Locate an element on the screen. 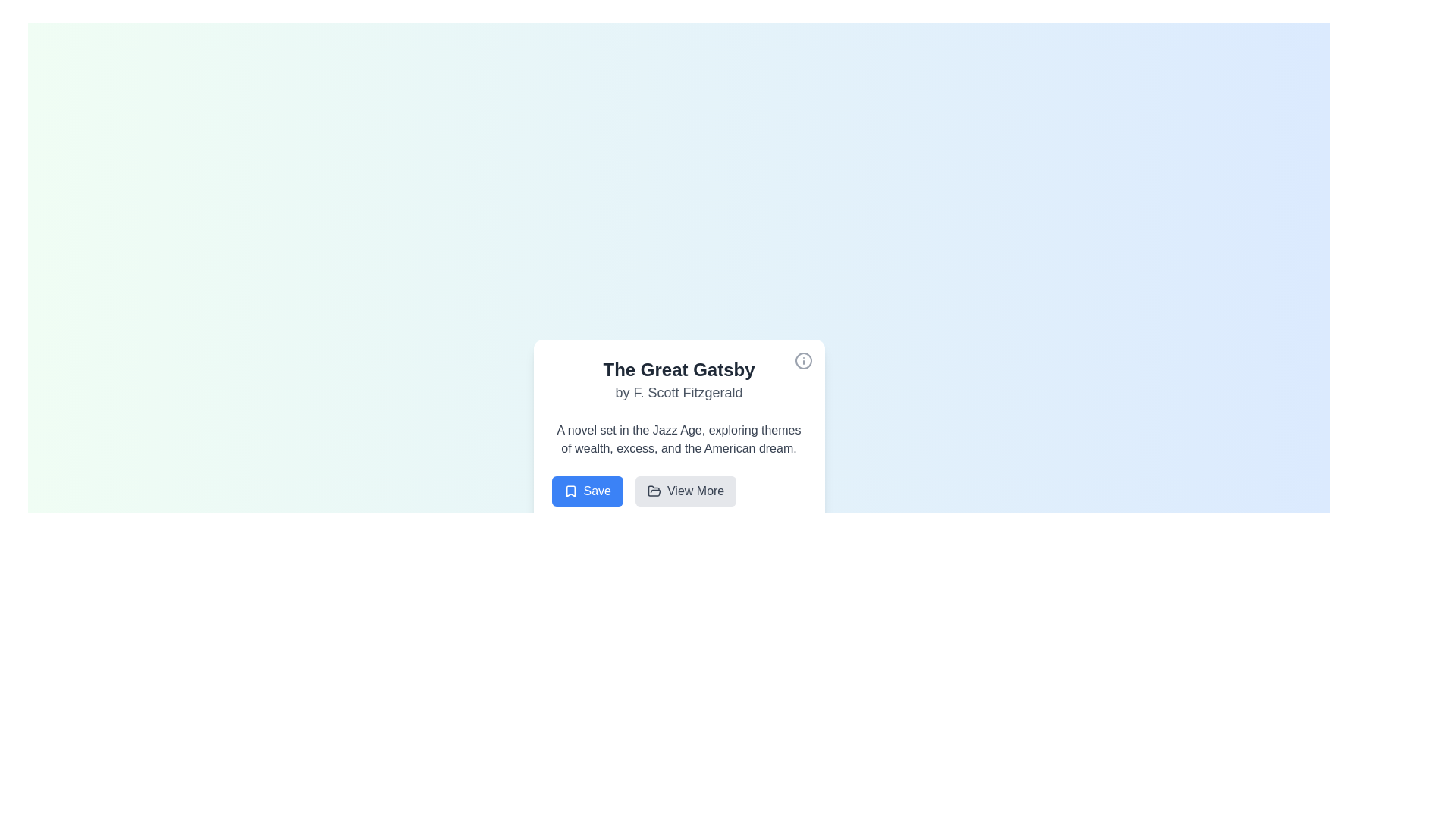 This screenshot has width=1456, height=819. the informational icon button in the top-right corner of the book details section is located at coordinates (802, 360).